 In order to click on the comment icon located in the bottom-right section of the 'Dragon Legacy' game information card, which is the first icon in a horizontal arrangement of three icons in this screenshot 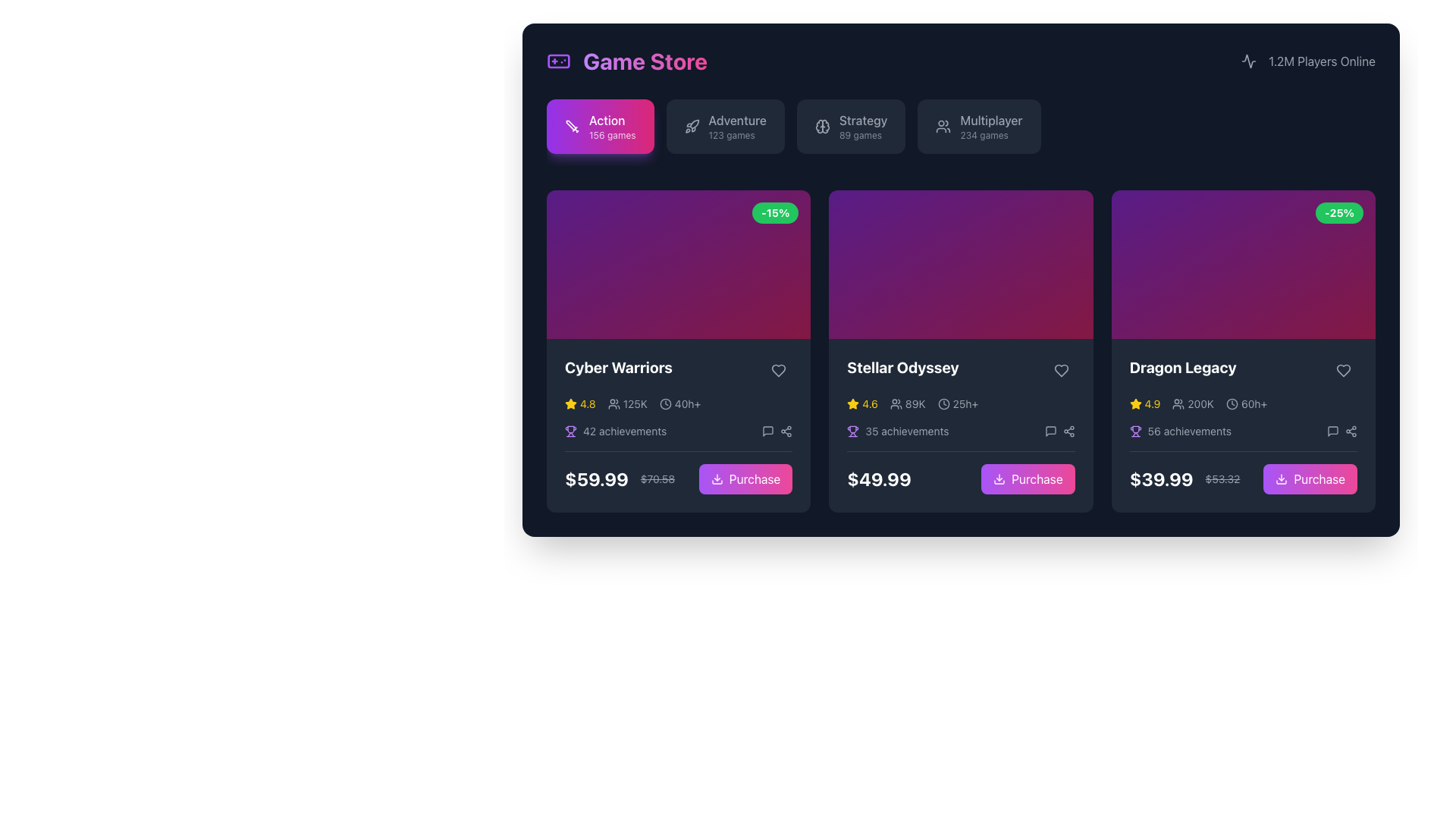, I will do `click(1332, 430)`.